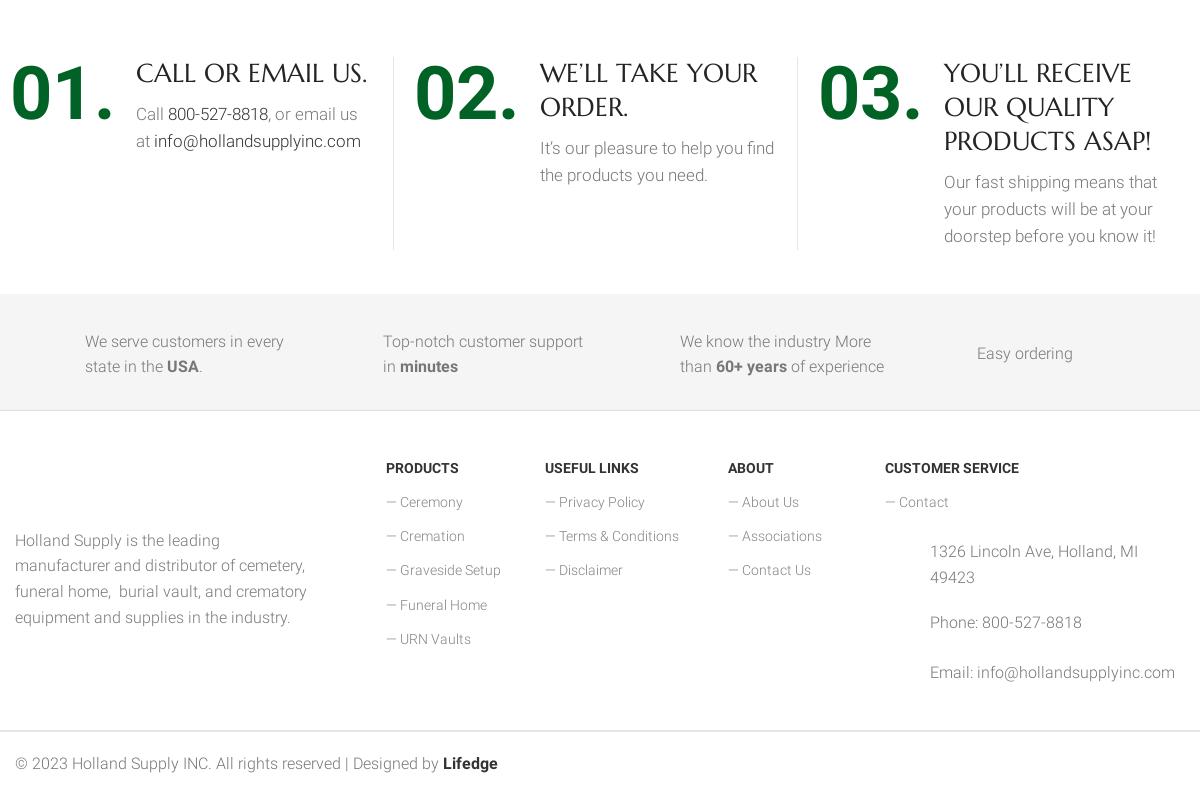 The height and width of the screenshot is (793, 1202). What do you see at coordinates (612, 534) in the screenshot?
I see `'— Terms & Conditions'` at bounding box center [612, 534].